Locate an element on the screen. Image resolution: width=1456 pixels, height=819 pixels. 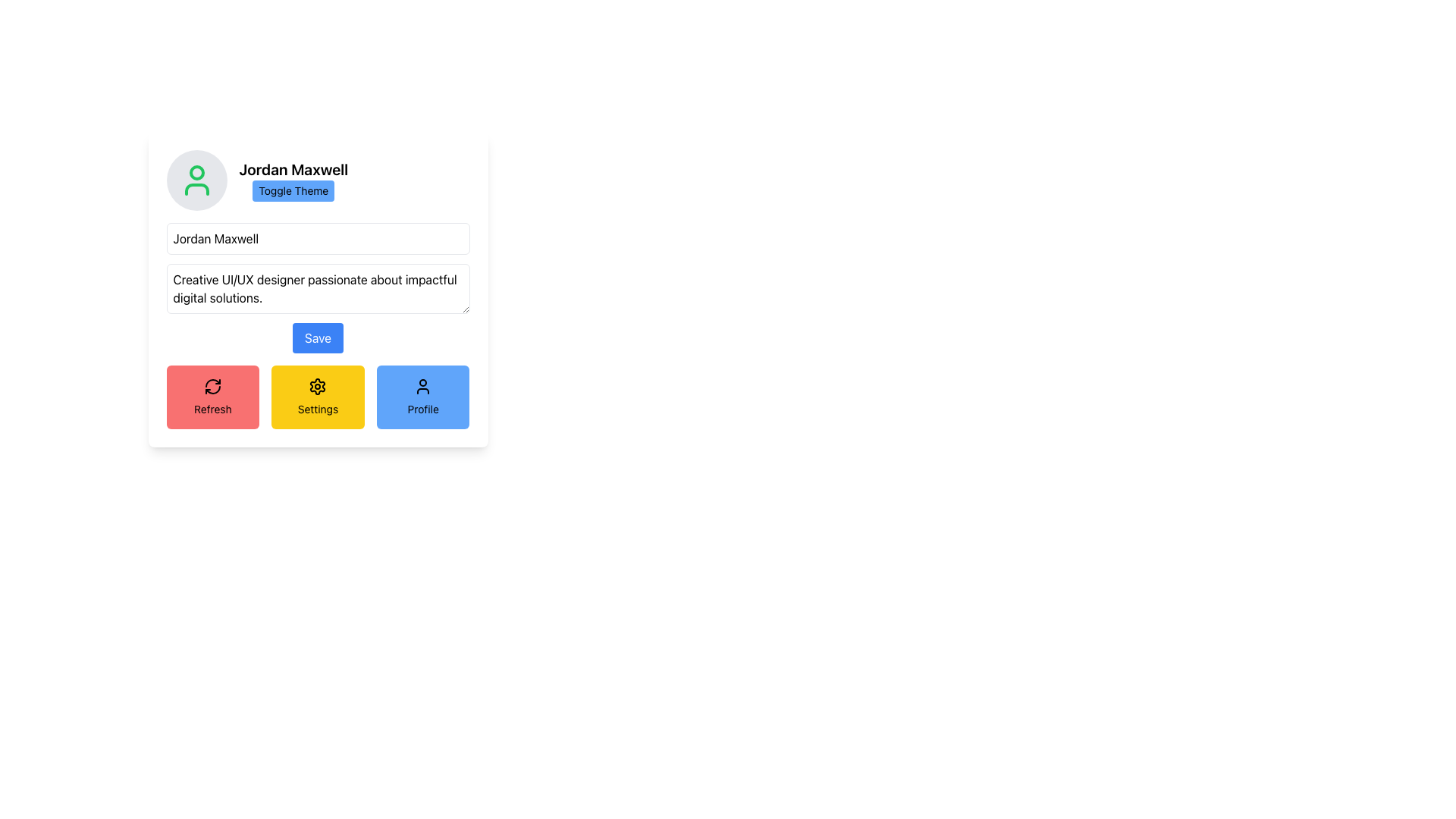
the refresh icon, which is a clockwise rotating arrow on a red circular background, located at the bottom-left of the interface is located at coordinates (212, 385).